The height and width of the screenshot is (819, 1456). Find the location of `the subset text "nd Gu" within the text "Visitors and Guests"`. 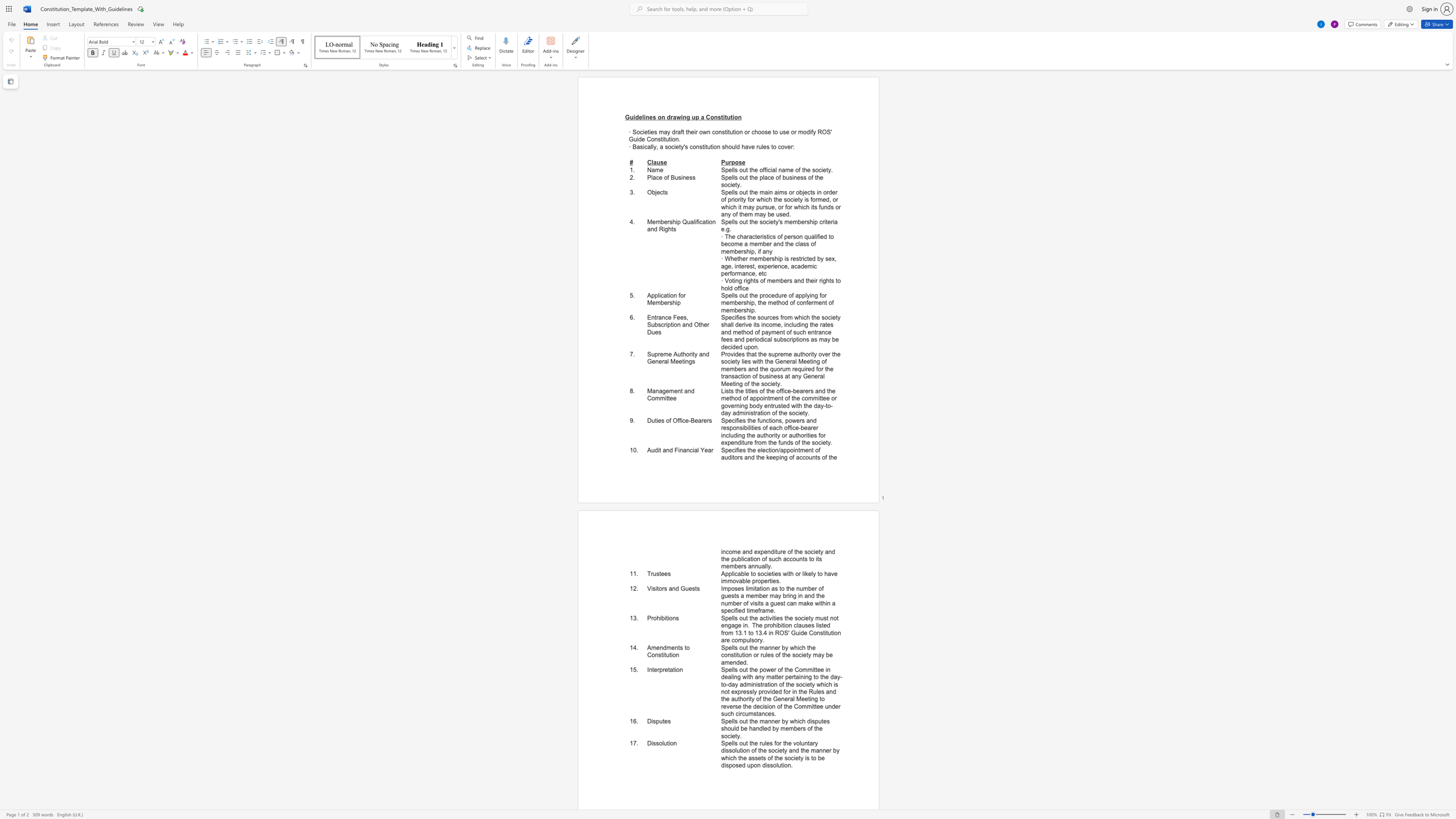

the subset text "nd Gu" within the text "Visitors and Guests" is located at coordinates (671, 588).